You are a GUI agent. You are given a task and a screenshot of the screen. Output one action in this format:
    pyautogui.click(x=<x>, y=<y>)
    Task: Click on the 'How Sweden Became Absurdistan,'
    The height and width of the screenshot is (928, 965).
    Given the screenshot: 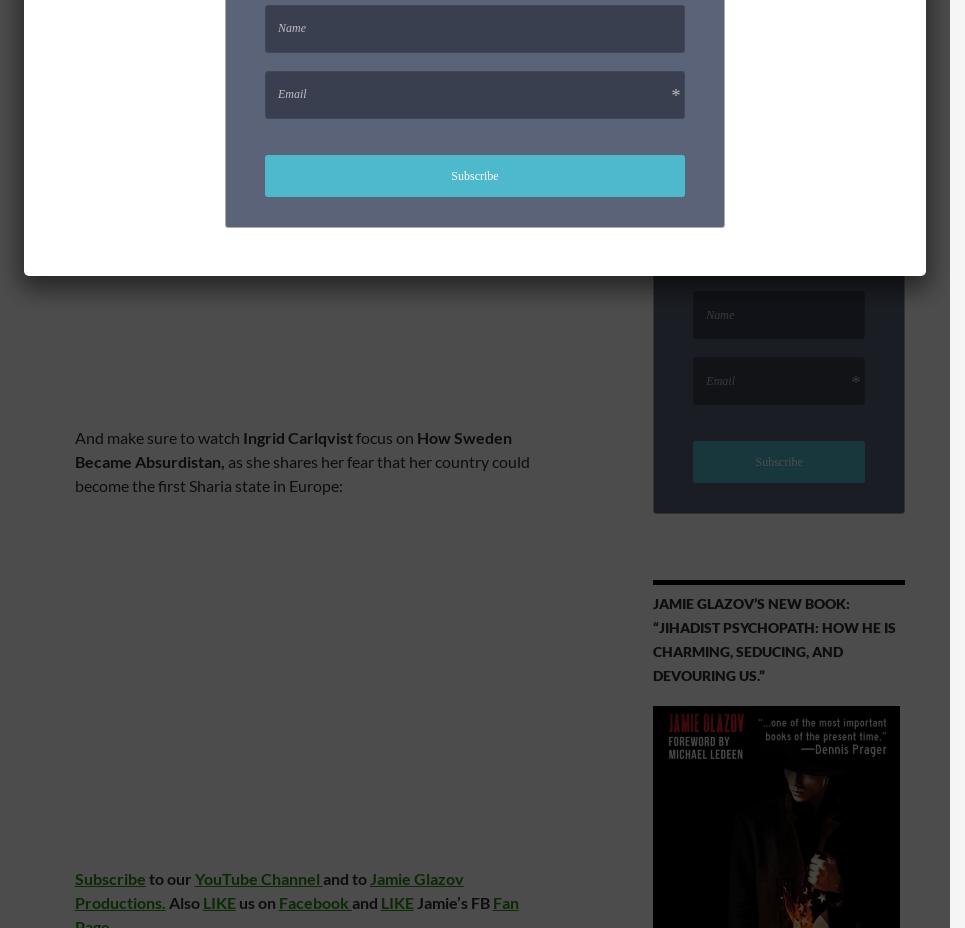 What is the action you would take?
    pyautogui.click(x=292, y=449)
    